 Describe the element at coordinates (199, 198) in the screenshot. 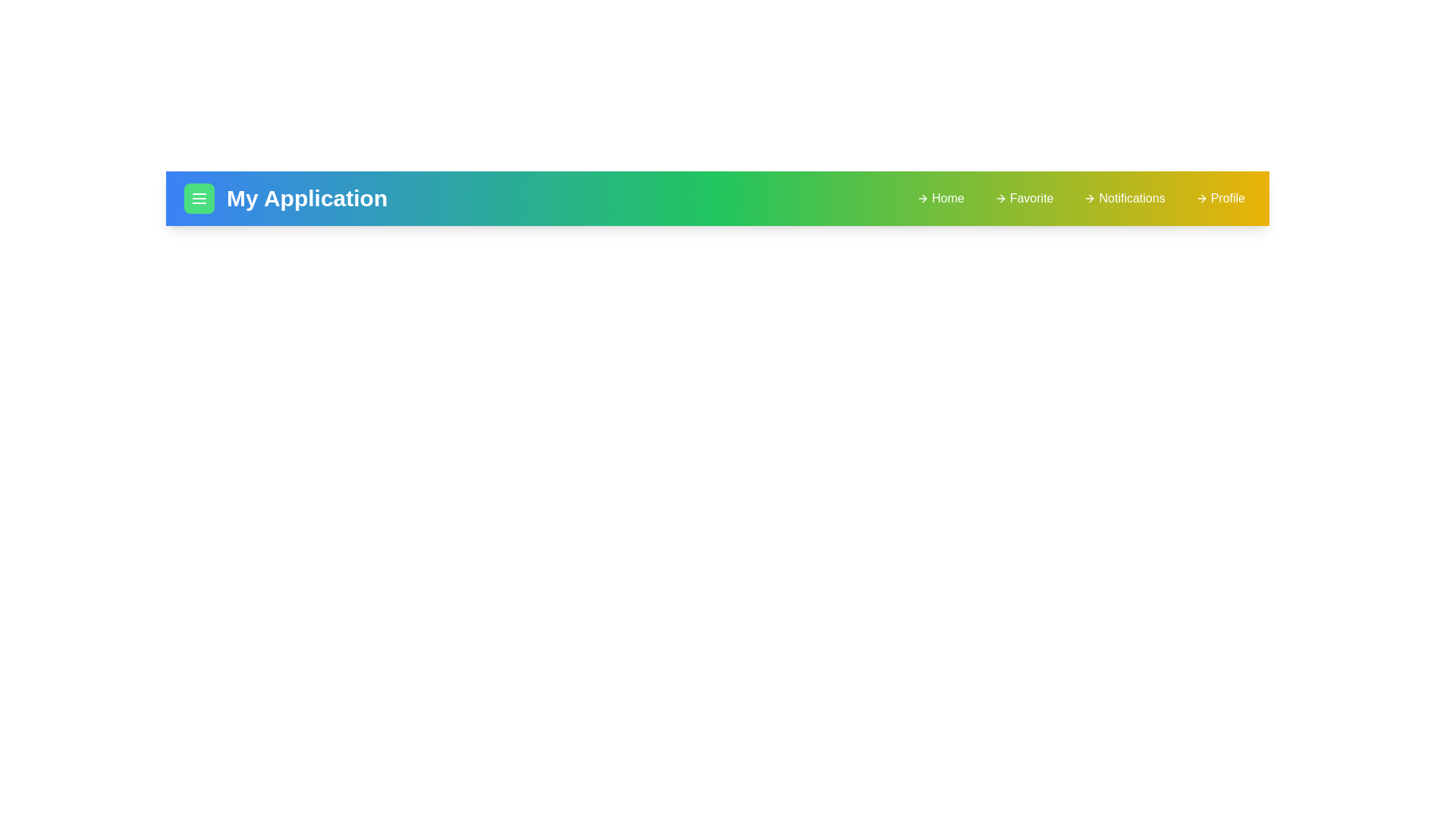

I see `the menu button to toggle the menu` at that location.